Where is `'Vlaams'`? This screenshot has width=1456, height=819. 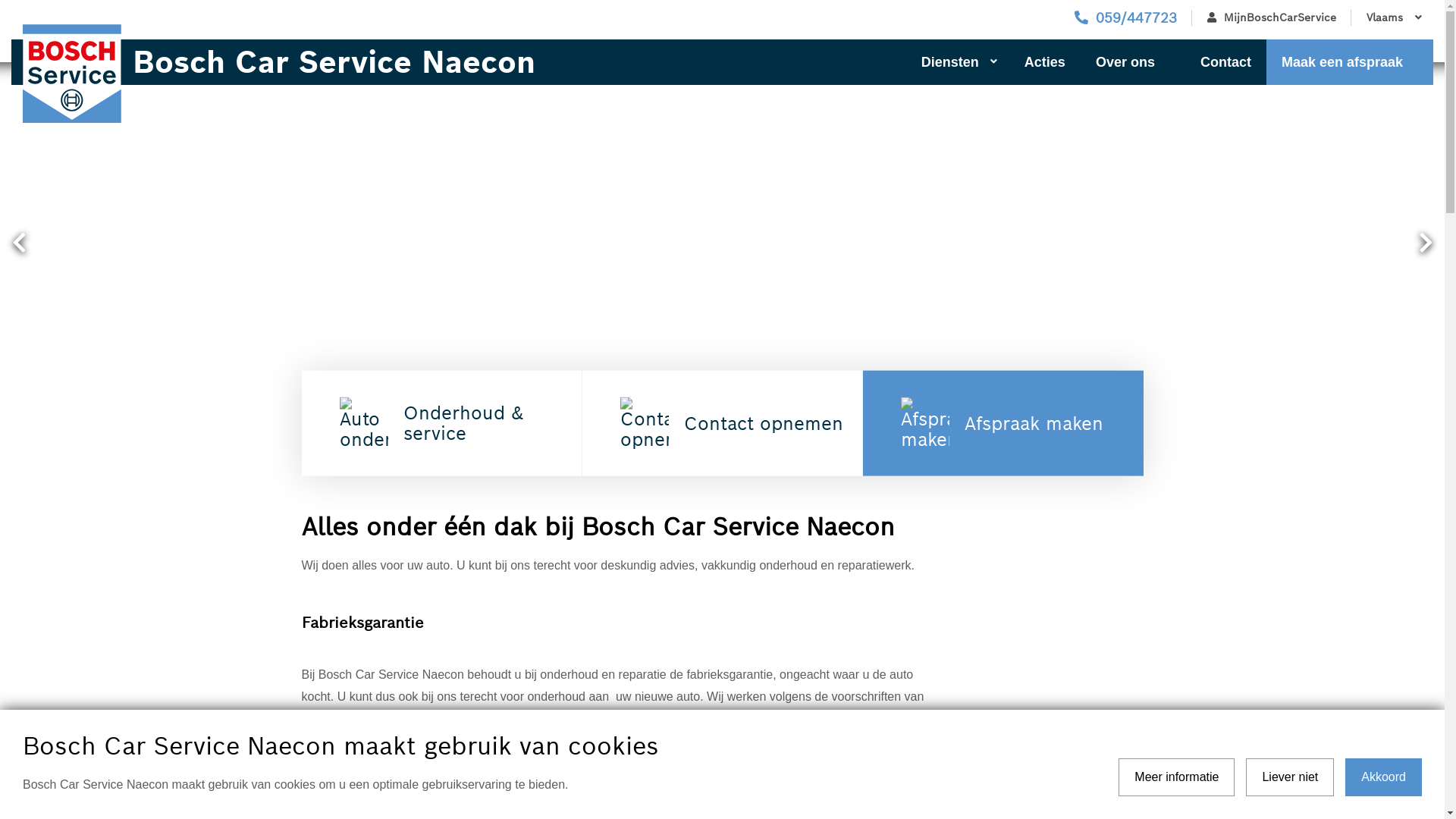 'Vlaams' is located at coordinates (1351, 17).